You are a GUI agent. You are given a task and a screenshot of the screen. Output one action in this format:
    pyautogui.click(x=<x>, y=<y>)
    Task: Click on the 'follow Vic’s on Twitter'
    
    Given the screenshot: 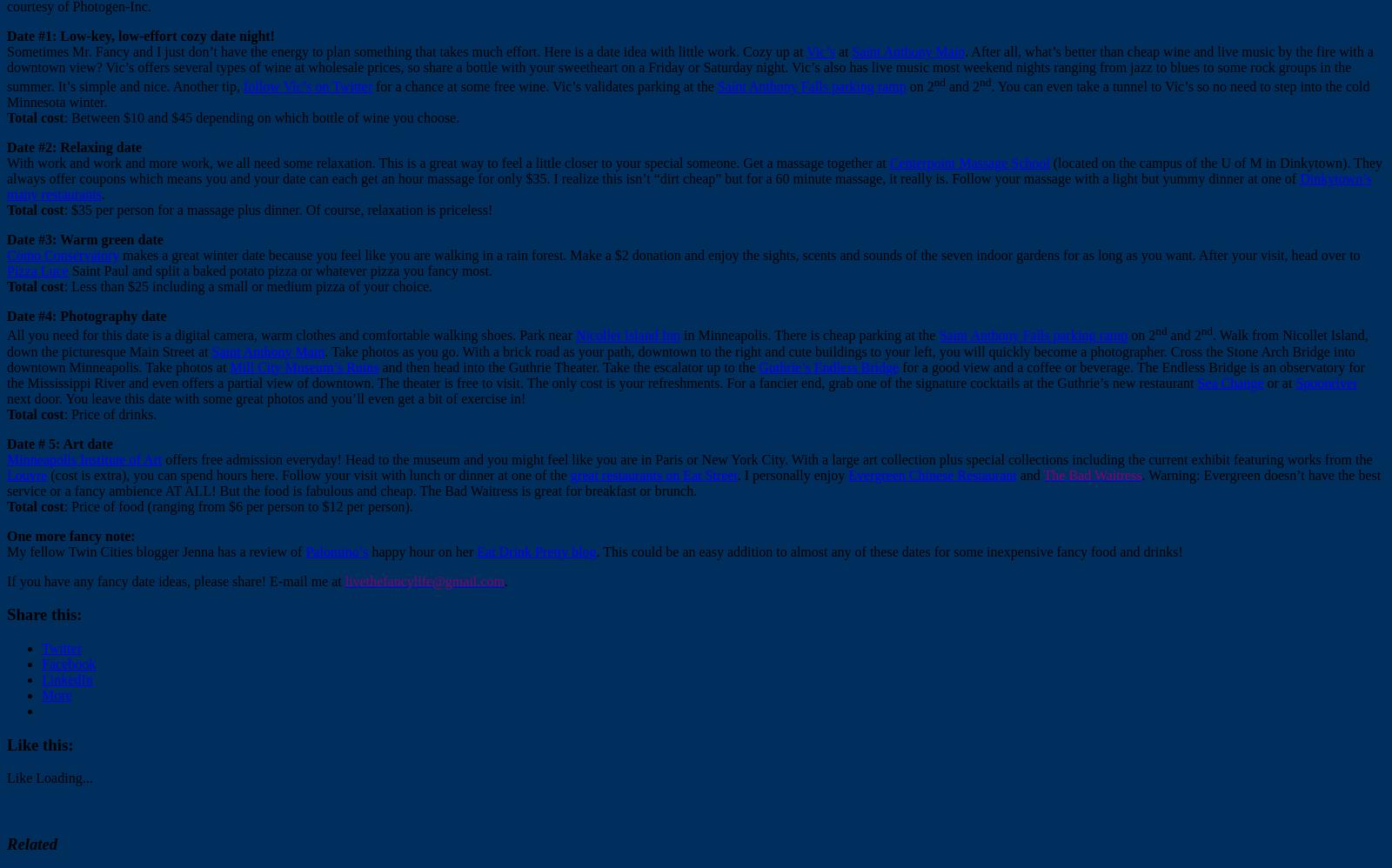 What is the action you would take?
    pyautogui.click(x=306, y=85)
    